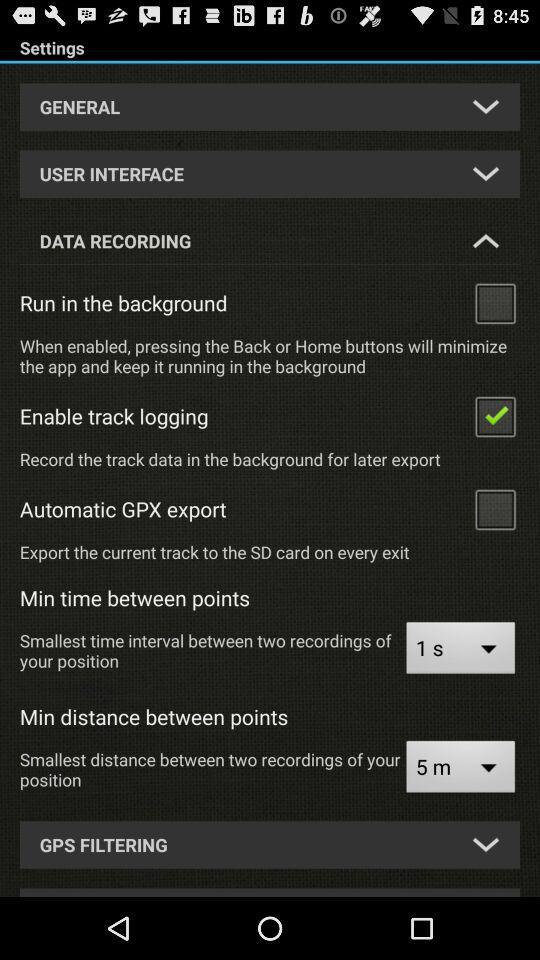 Image resolution: width=540 pixels, height=960 pixels. Describe the element at coordinates (494, 414) in the screenshot. I see `option` at that location.